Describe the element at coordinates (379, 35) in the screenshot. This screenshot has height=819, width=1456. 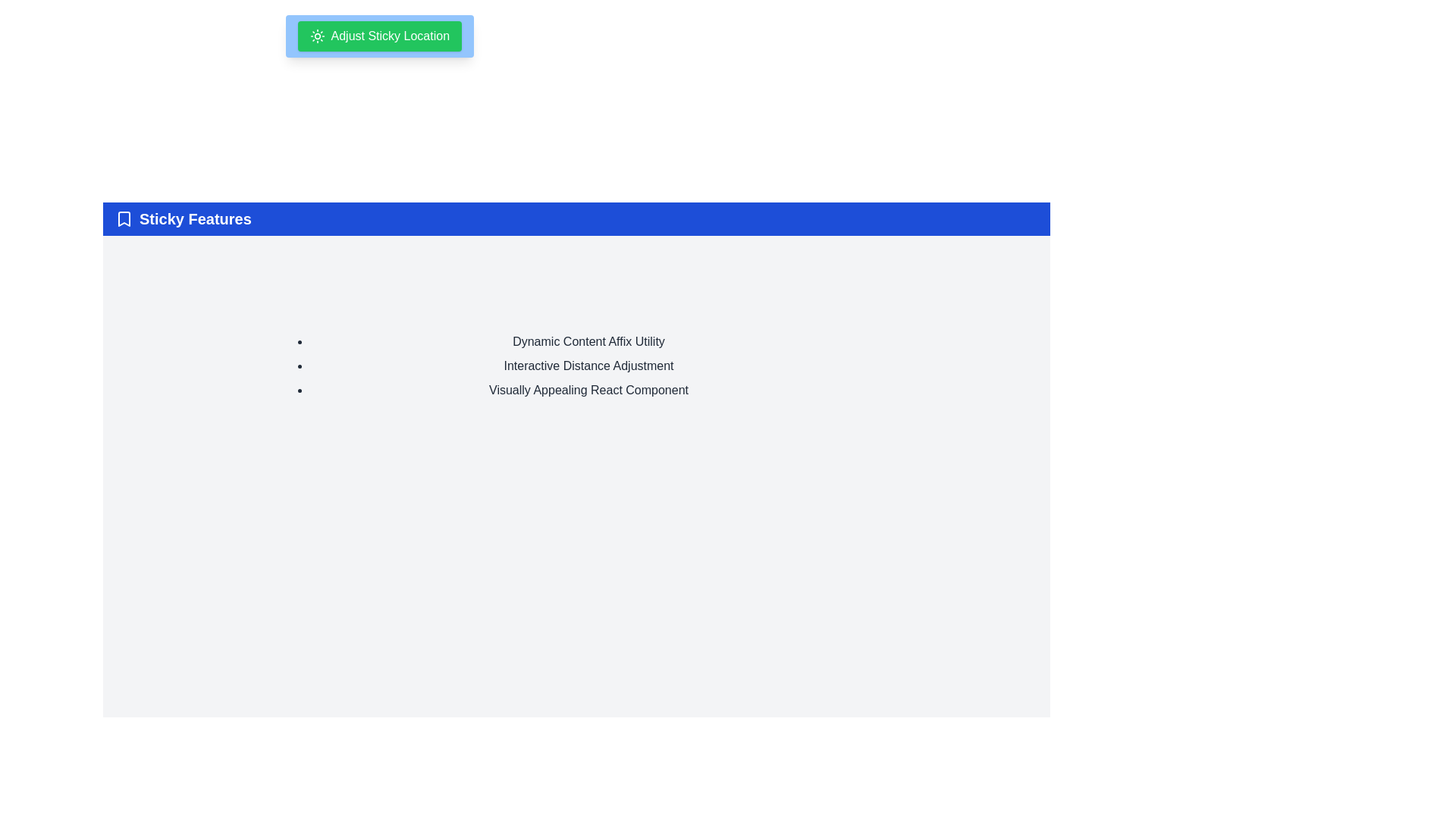
I see `the 'Adjust Sticky Location' button, which has a green background, white text, and a sun icon` at that location.